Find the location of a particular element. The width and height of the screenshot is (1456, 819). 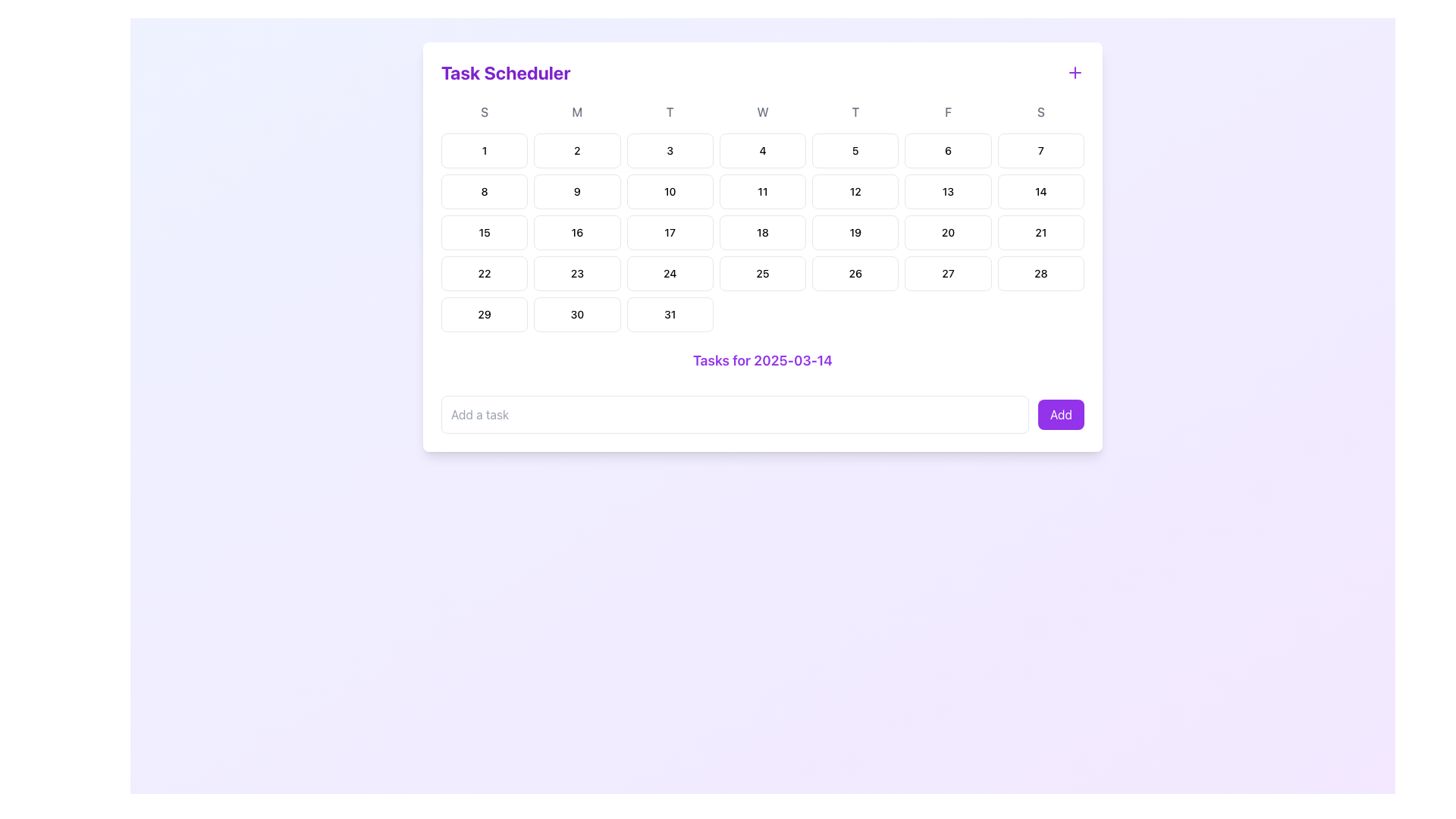

the text header that reads 'Tasks for 2025-03-14', which is displayed in a bold and large purple font, positioned beneath a calendar widget and above an input field is located at coordinates (763, 360).